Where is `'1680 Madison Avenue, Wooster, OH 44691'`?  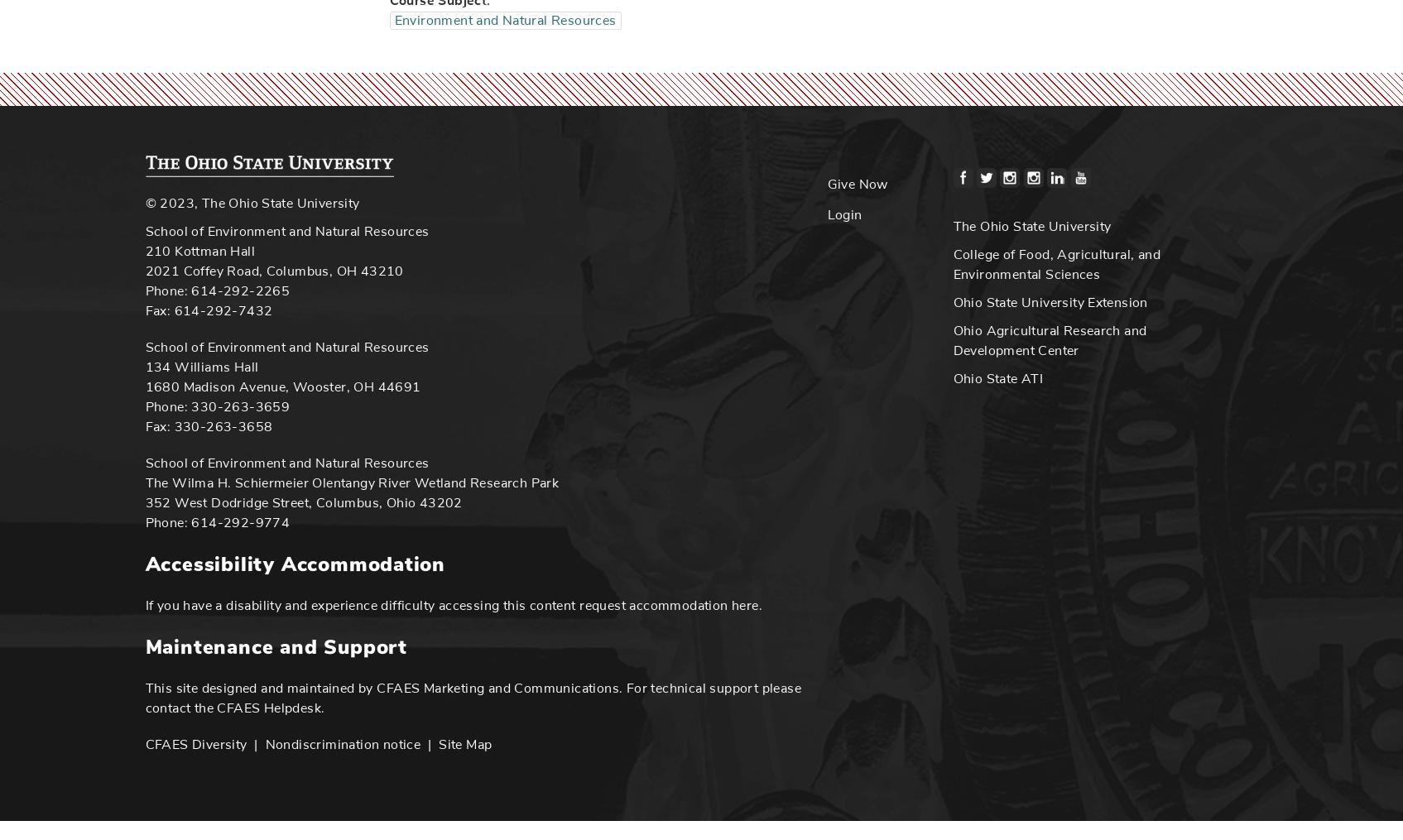 '1680 Madison Avenue, Wooster, OH 44691' is located at coordinates (281, 386).